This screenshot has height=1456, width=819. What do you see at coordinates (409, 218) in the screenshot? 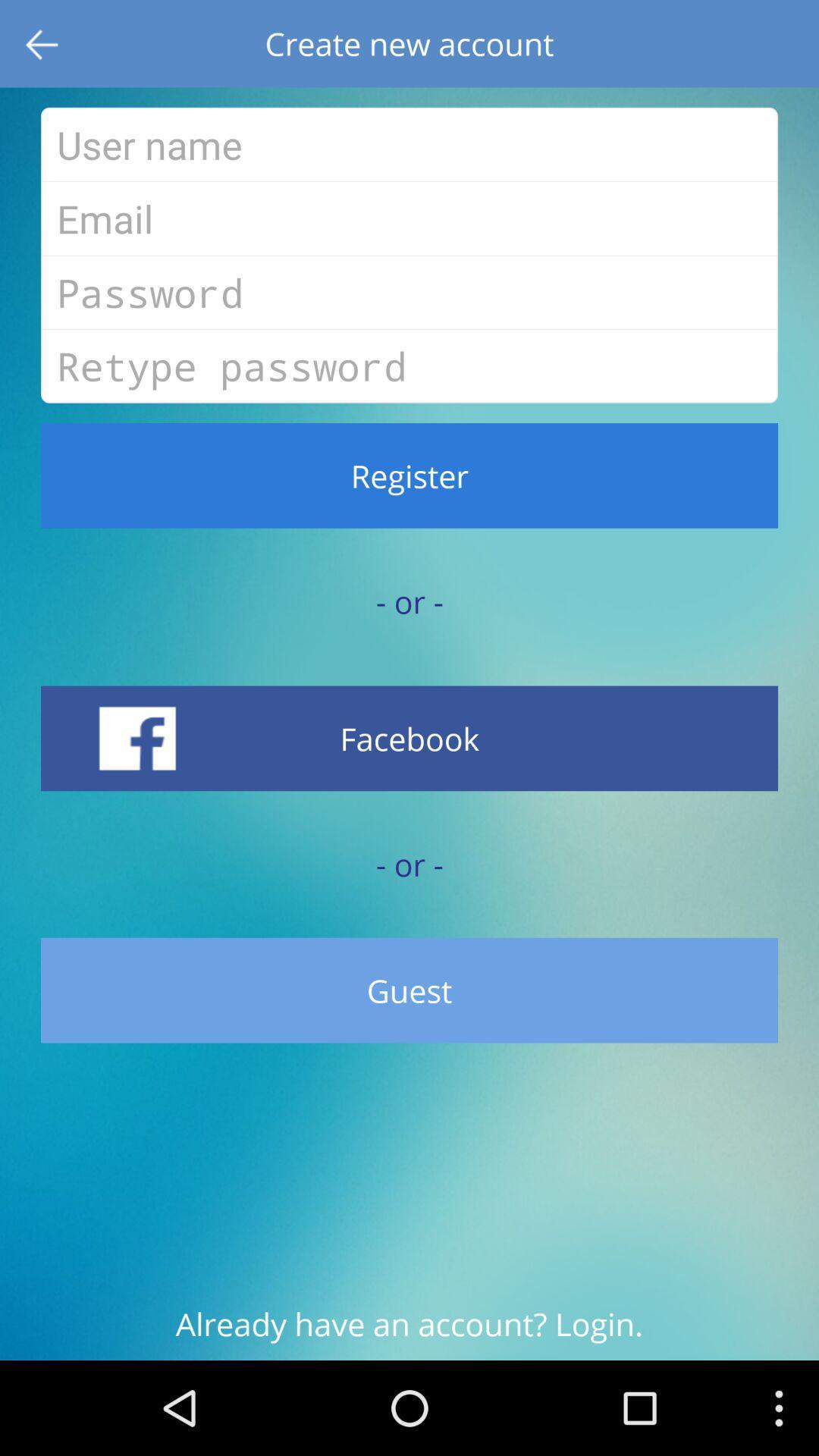
I see `the text bar below the user name` at bounding box center [409, 218].